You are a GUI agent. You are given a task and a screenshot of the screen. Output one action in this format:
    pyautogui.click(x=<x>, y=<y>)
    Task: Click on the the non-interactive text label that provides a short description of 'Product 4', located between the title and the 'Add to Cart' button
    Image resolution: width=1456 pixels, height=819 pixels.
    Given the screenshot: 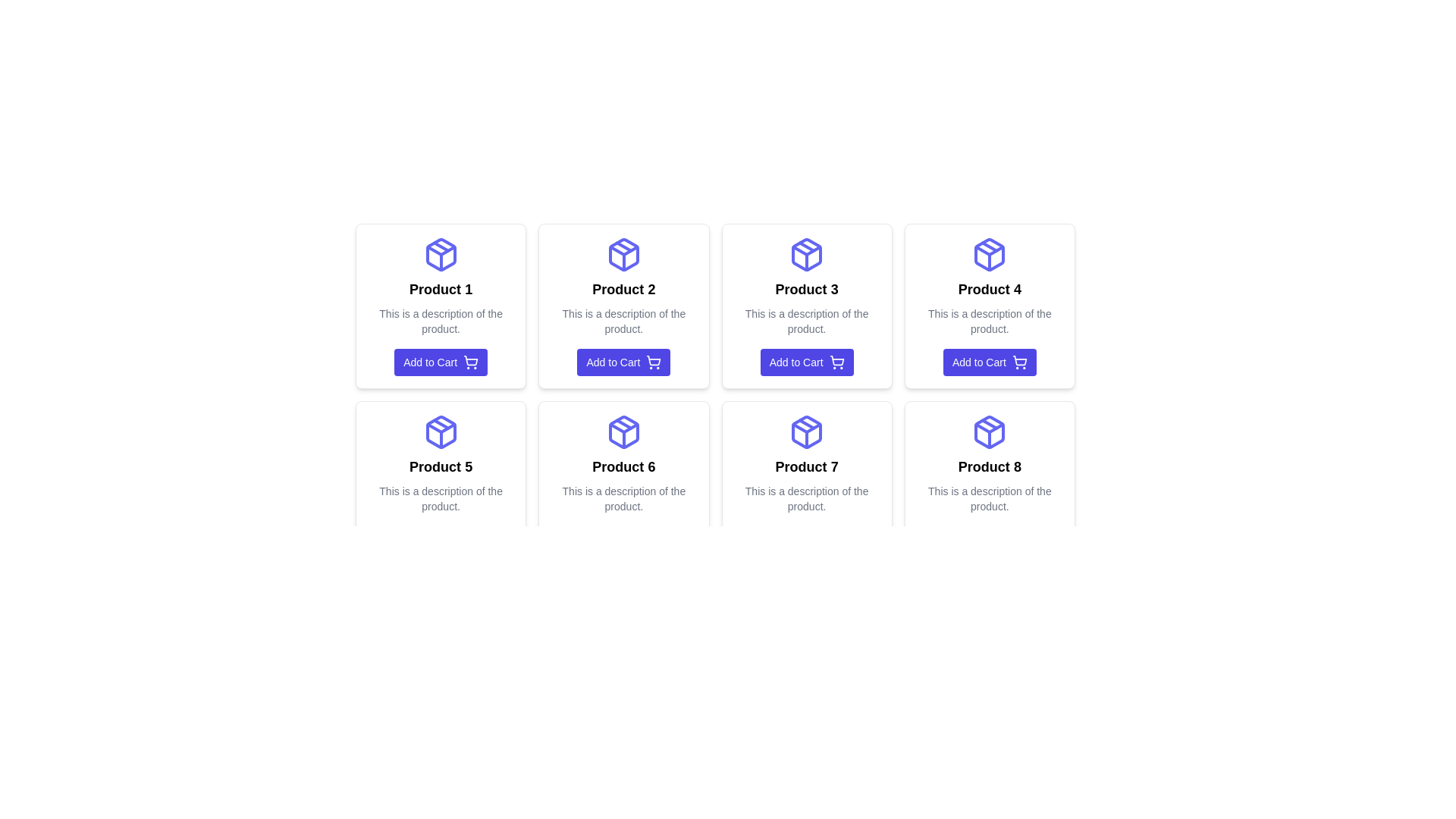 What is the action you would take?
    pyautogui.click(x=990, y=321)
    